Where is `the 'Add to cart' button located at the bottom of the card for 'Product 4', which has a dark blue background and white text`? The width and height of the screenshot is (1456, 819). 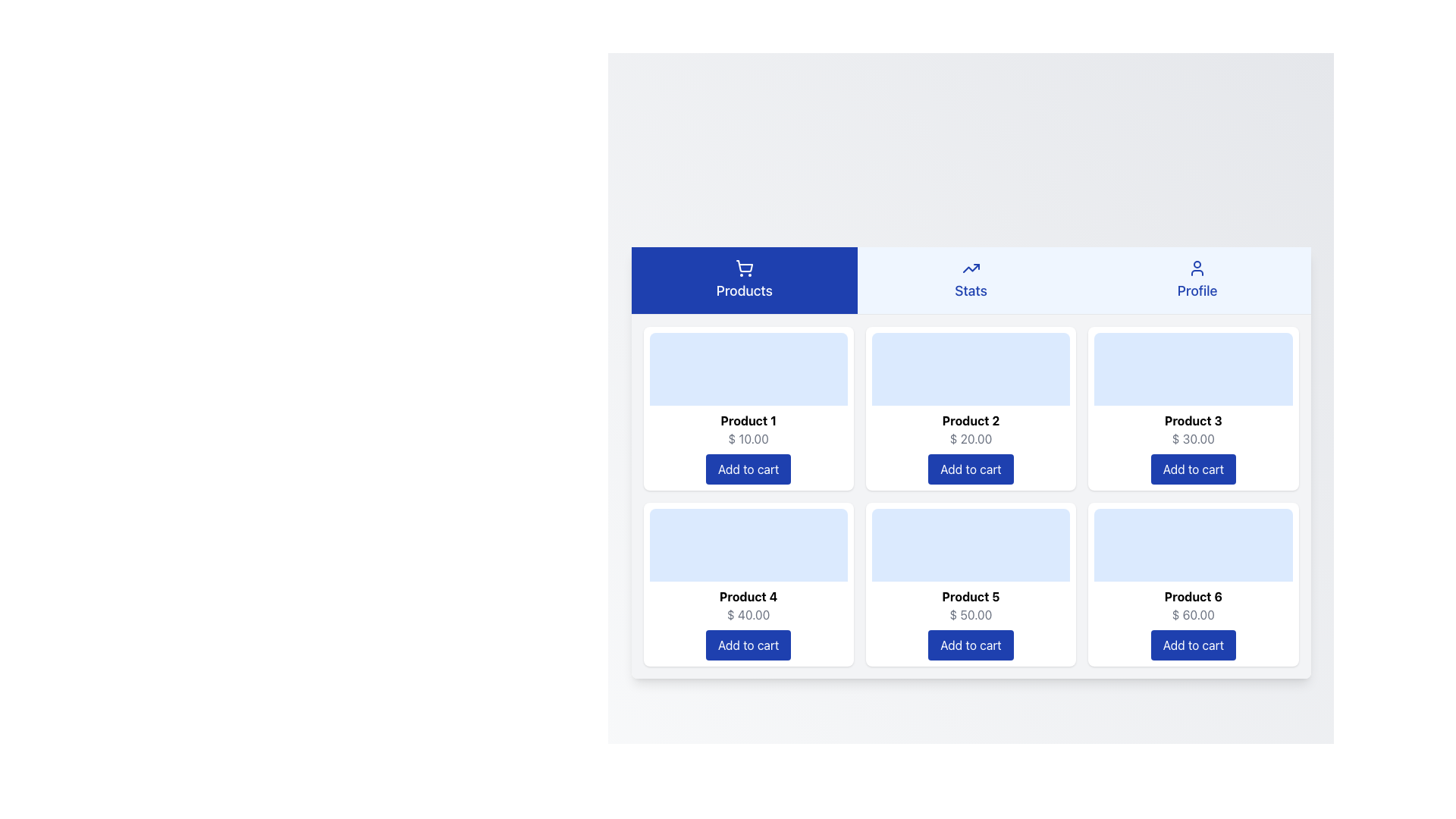 the 'Add to cart' button located at the bottom of the card for 'Product 4', which has a dark blue background and white text is located at coordinates (748, 645).